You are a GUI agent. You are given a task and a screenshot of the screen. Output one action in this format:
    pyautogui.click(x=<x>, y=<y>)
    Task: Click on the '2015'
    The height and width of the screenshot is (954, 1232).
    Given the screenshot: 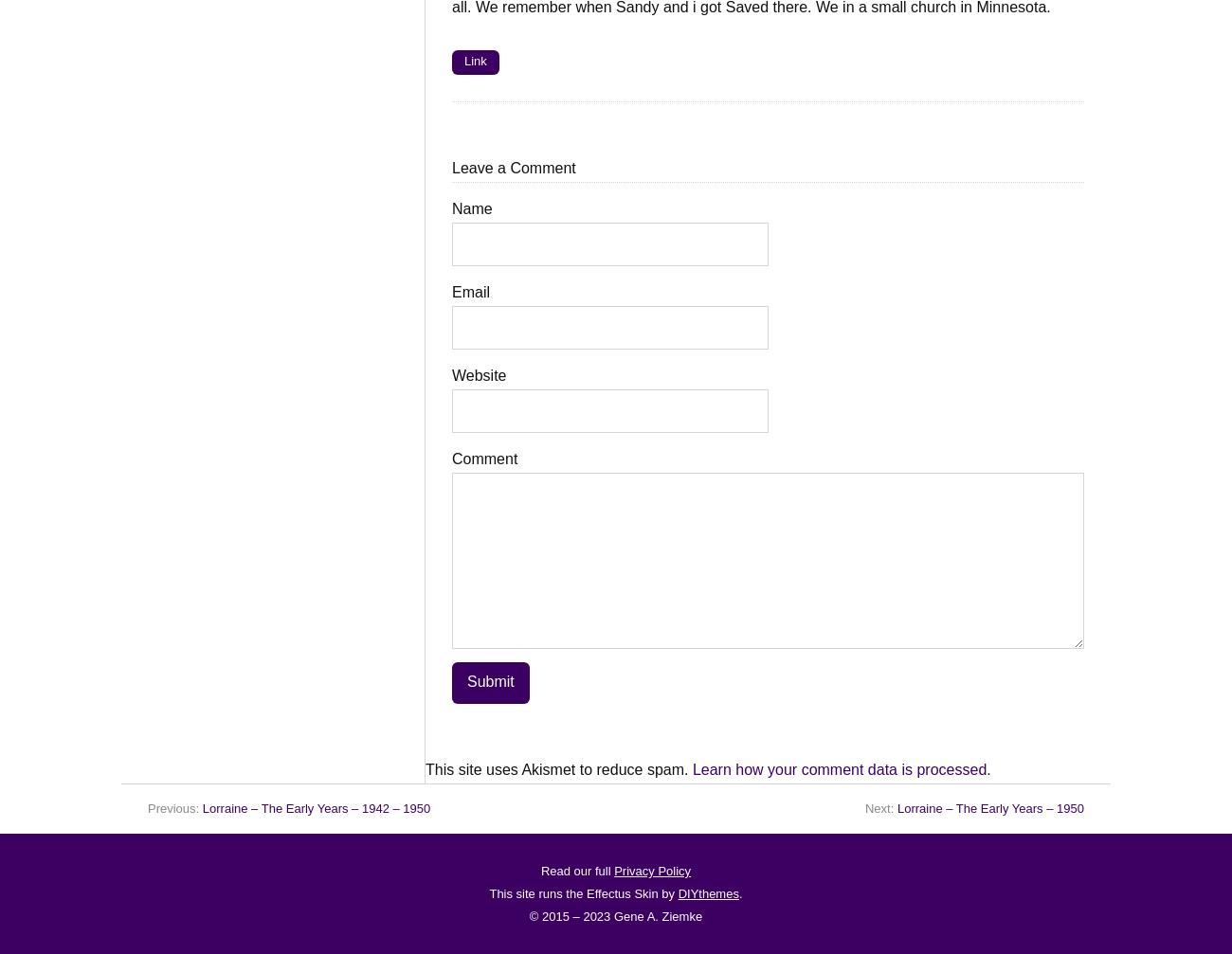 What is the action you would take?
    pyautogui.click(x=554, y=915)
    